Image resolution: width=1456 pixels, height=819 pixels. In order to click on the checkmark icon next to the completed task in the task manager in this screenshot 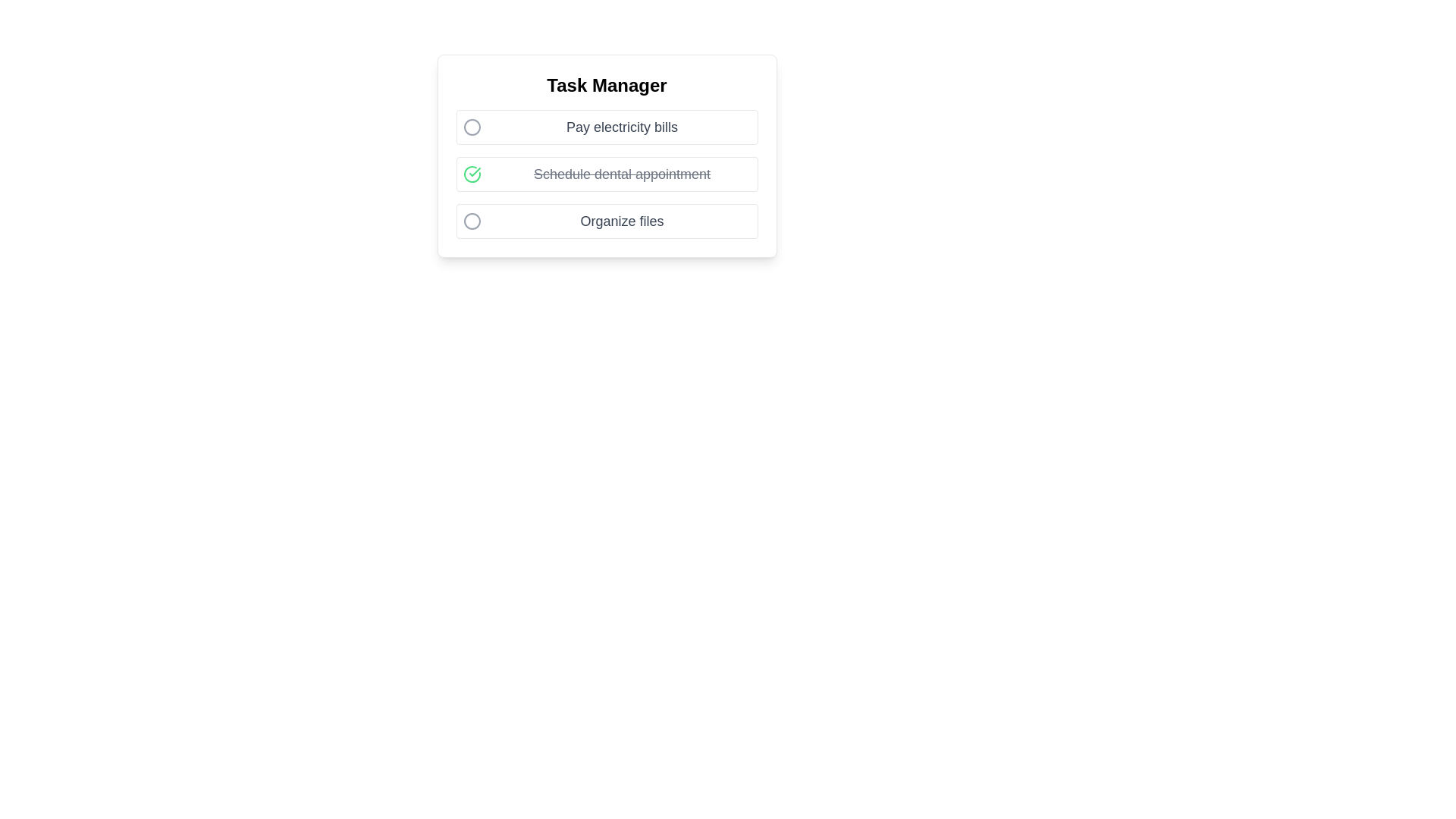, I will do `click(607, 174)`.